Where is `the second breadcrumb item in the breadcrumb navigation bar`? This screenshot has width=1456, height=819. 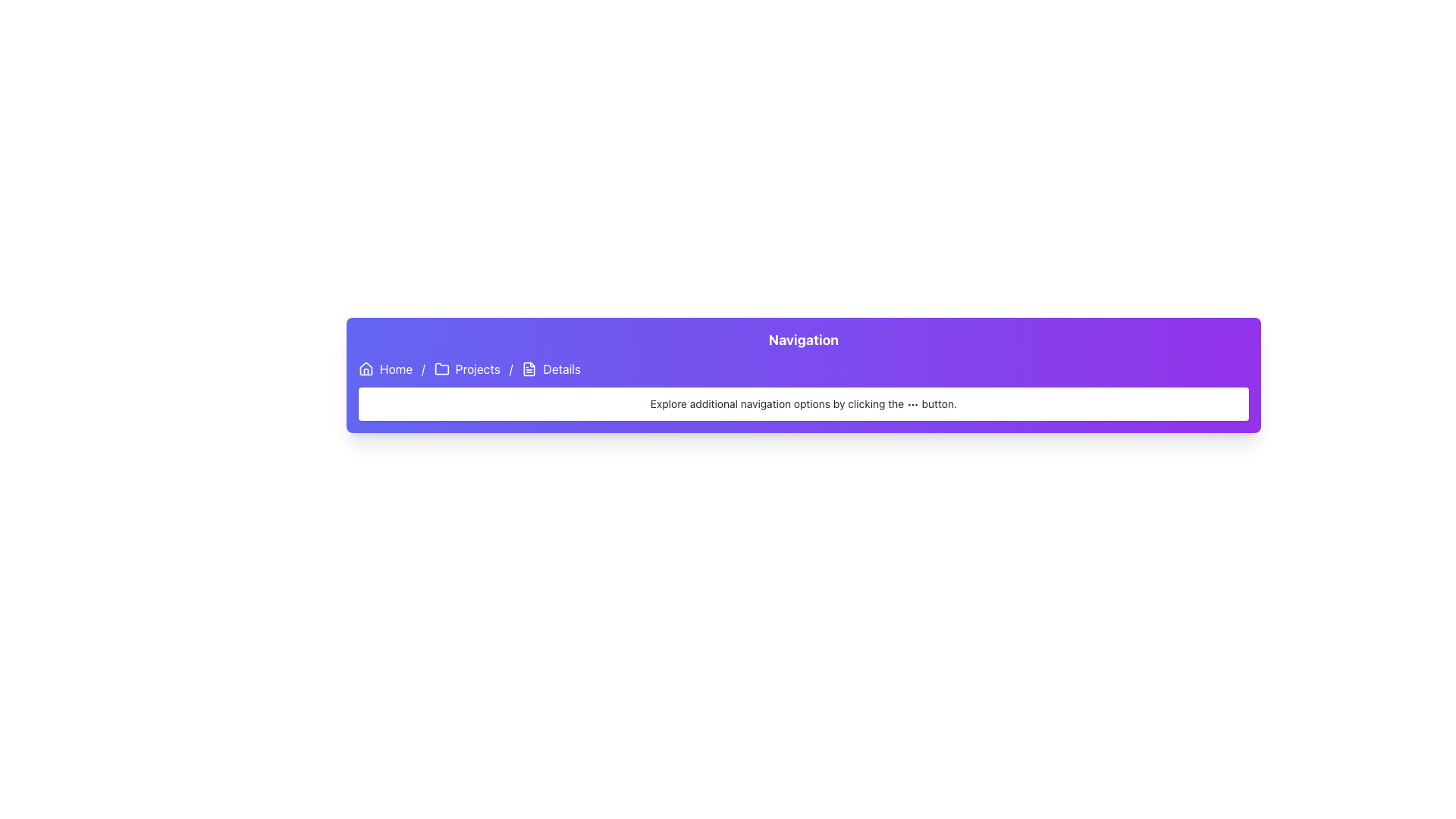
the second breadcrumb item in the breadcrumb navigation bar is located at coordinates (466, 369).